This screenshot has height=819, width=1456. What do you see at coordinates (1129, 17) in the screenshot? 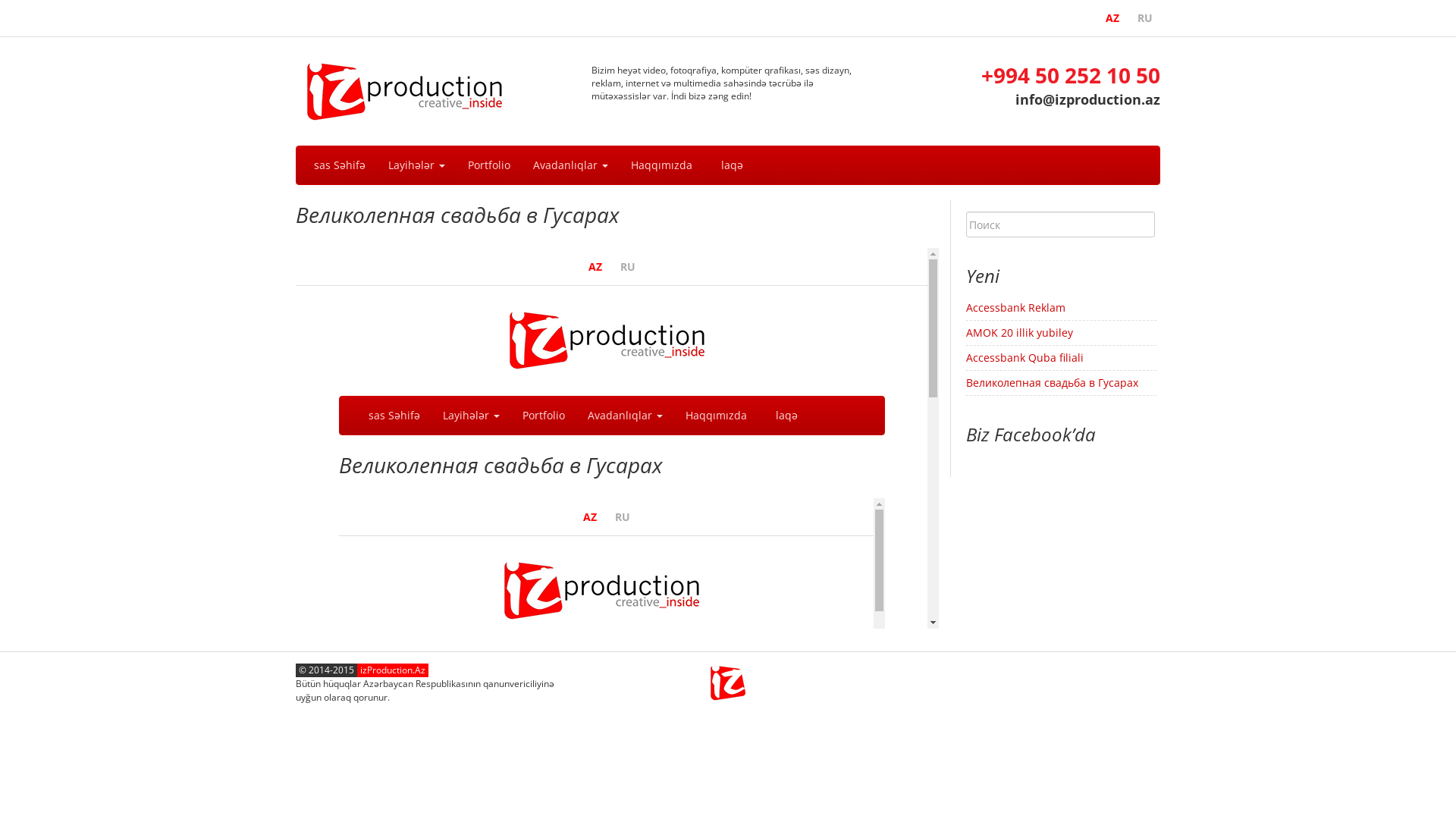
I see `'RU'` at bounding box center [1129, 17].